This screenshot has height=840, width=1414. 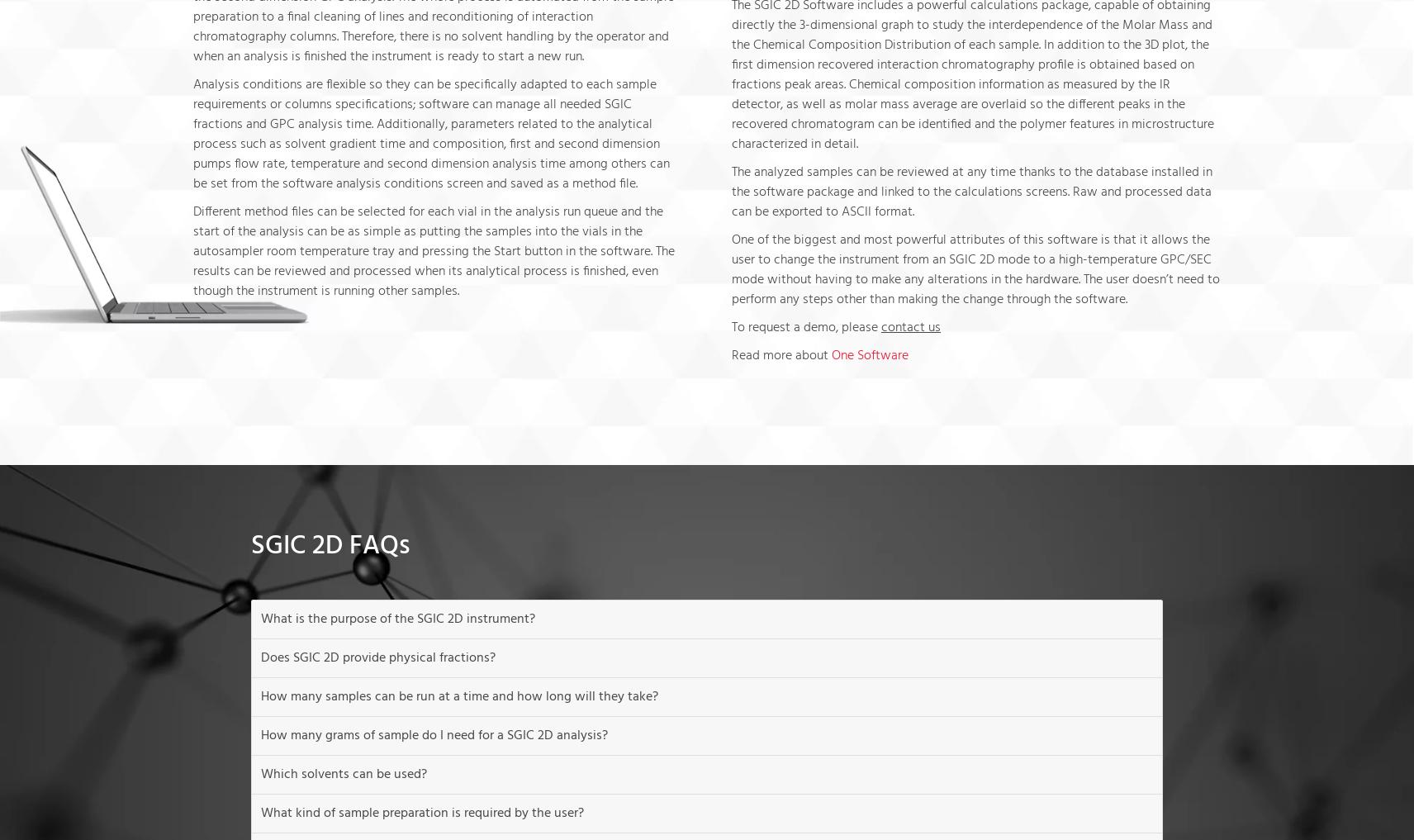 I want to click on 'What kind of sample preparation is required by the user?', so click(x=421, y=813).